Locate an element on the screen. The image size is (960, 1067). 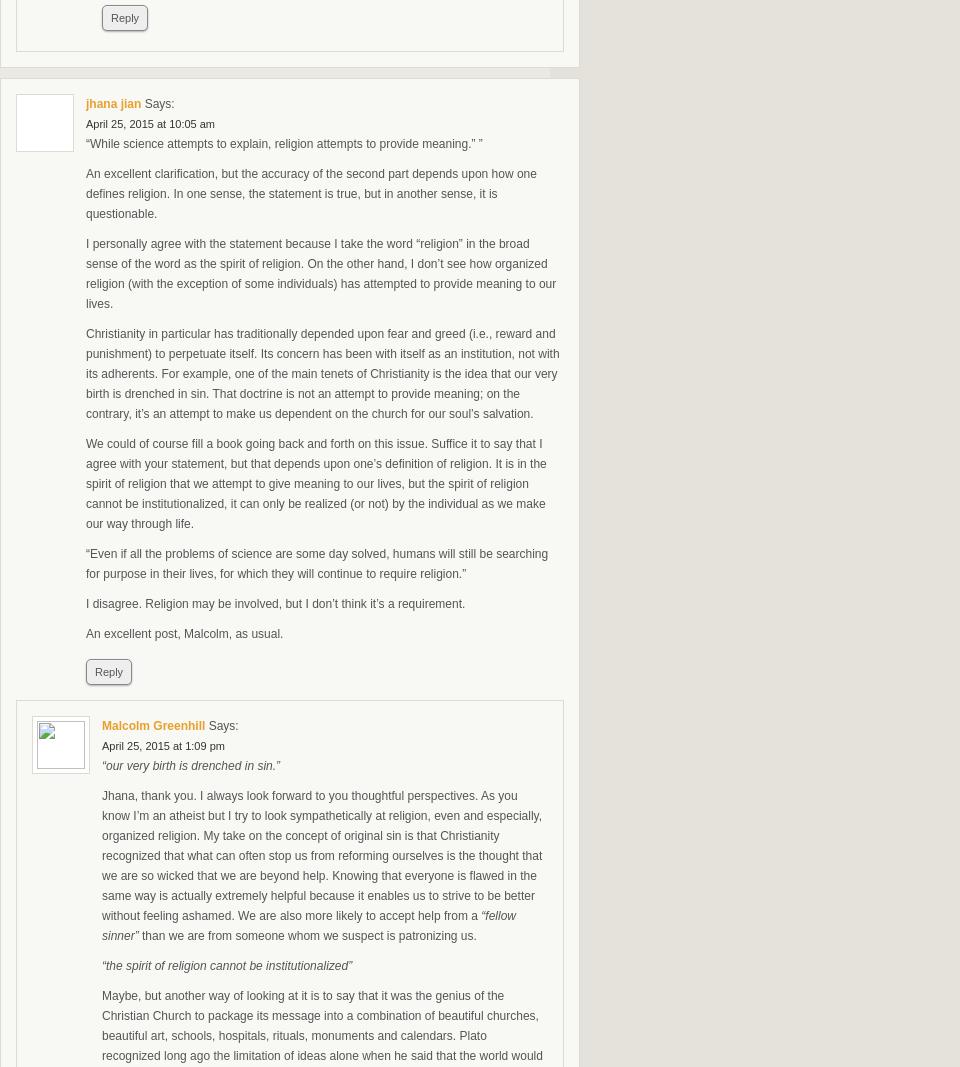
'April 25, 2015 at 1:09 pm' is located at coordinates (162, 745).